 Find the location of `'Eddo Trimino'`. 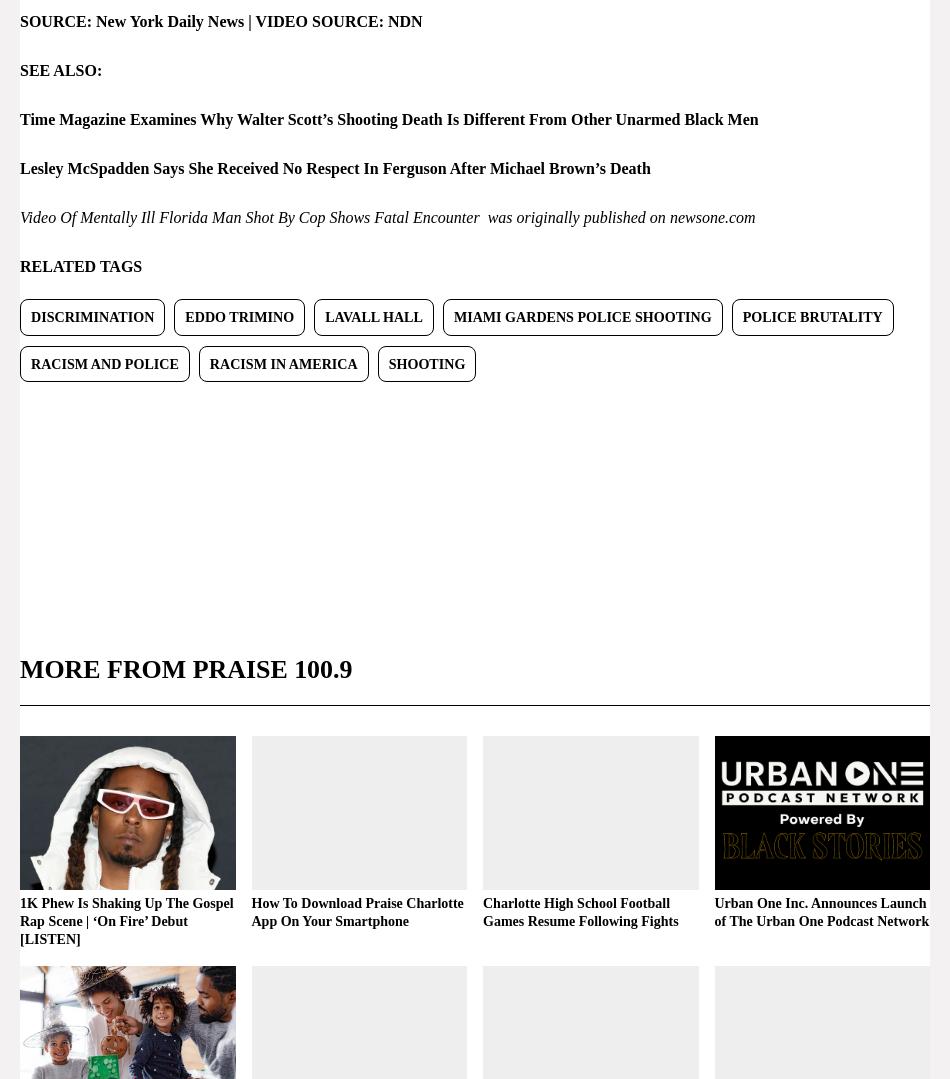

'Eddo Trimino' is located at coordinates (238, 315).